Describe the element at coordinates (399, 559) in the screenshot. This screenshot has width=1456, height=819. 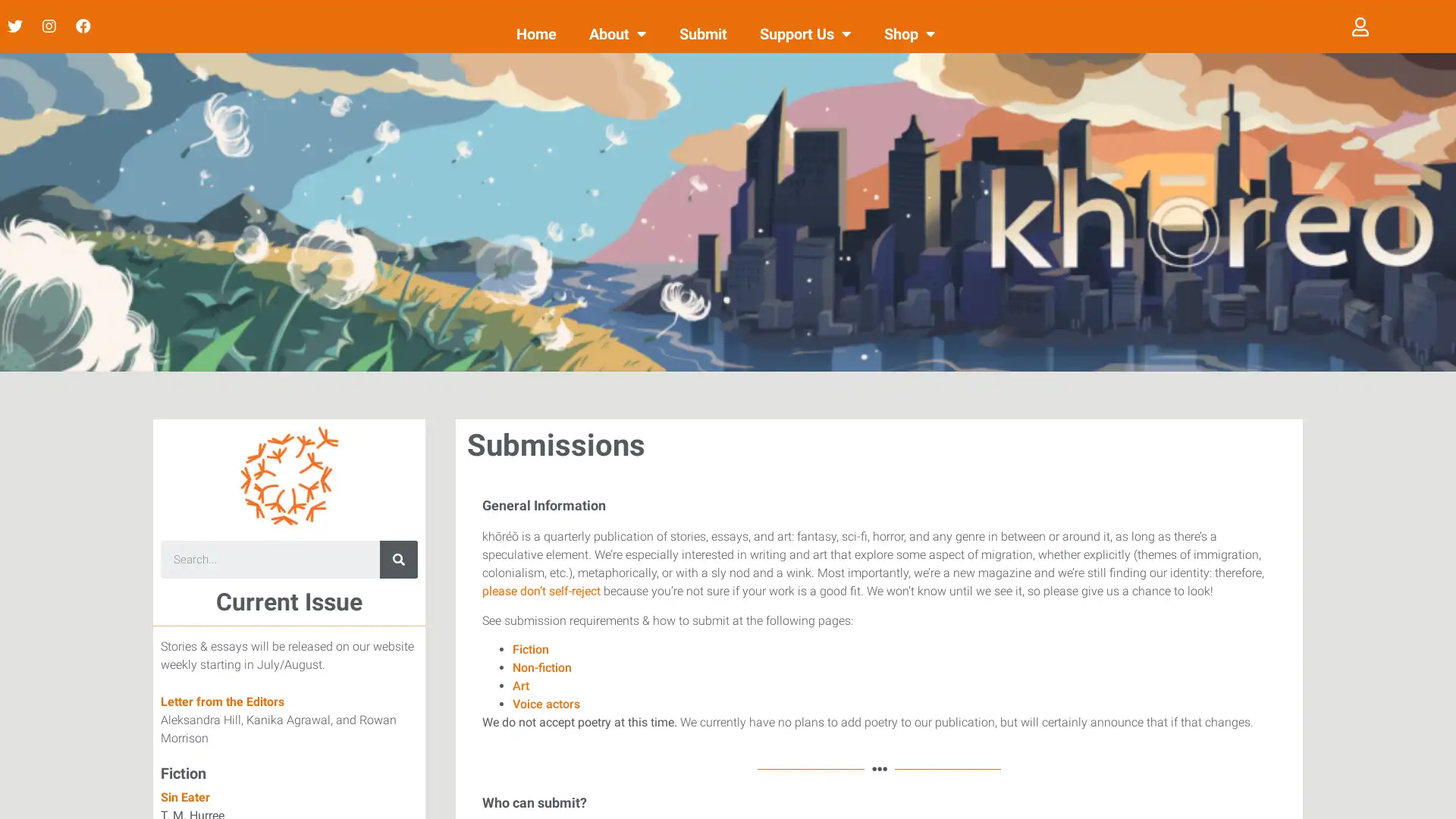
I see `Search` at that location.